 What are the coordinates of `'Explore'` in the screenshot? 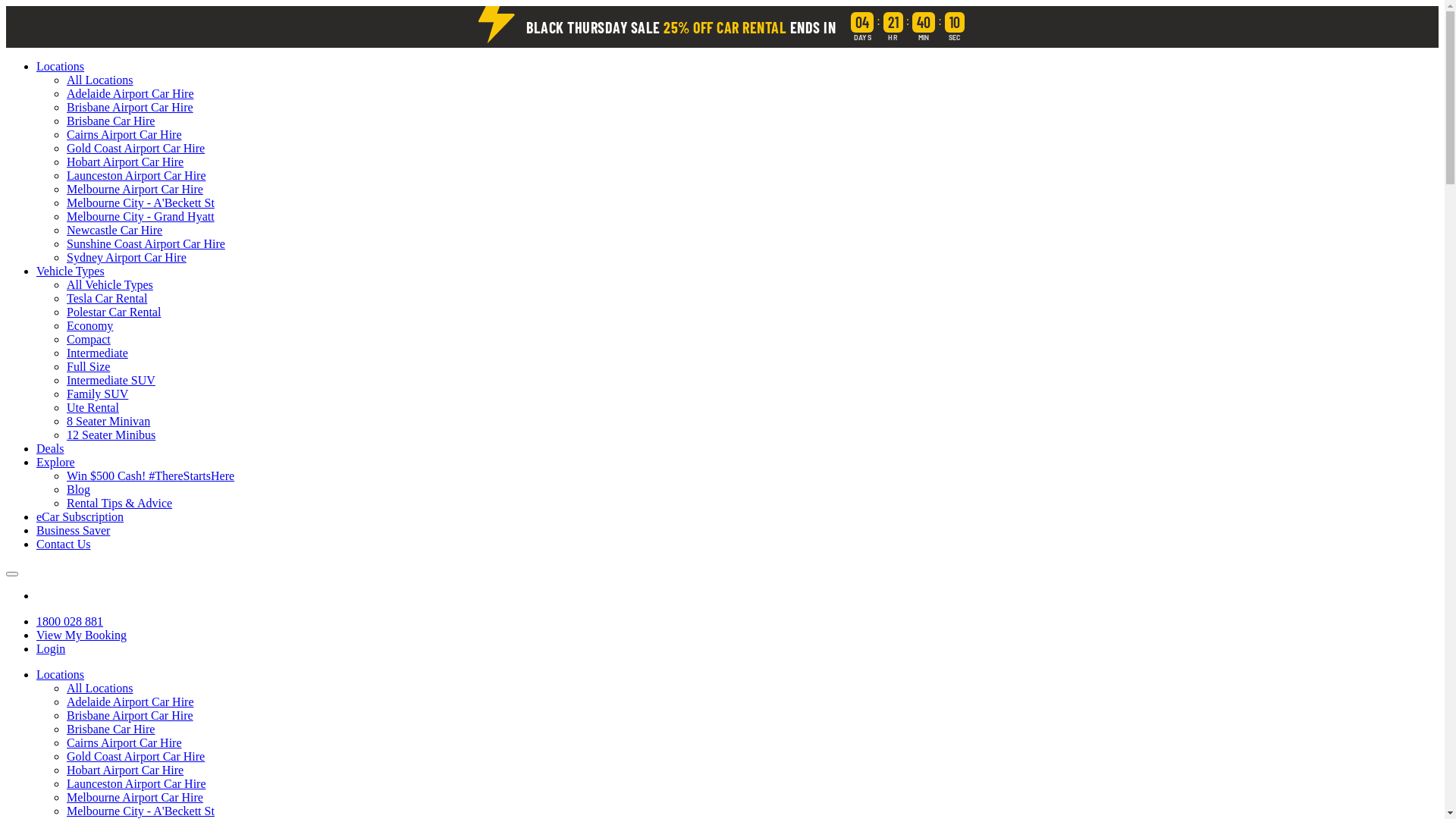 It's located at (55, 461).